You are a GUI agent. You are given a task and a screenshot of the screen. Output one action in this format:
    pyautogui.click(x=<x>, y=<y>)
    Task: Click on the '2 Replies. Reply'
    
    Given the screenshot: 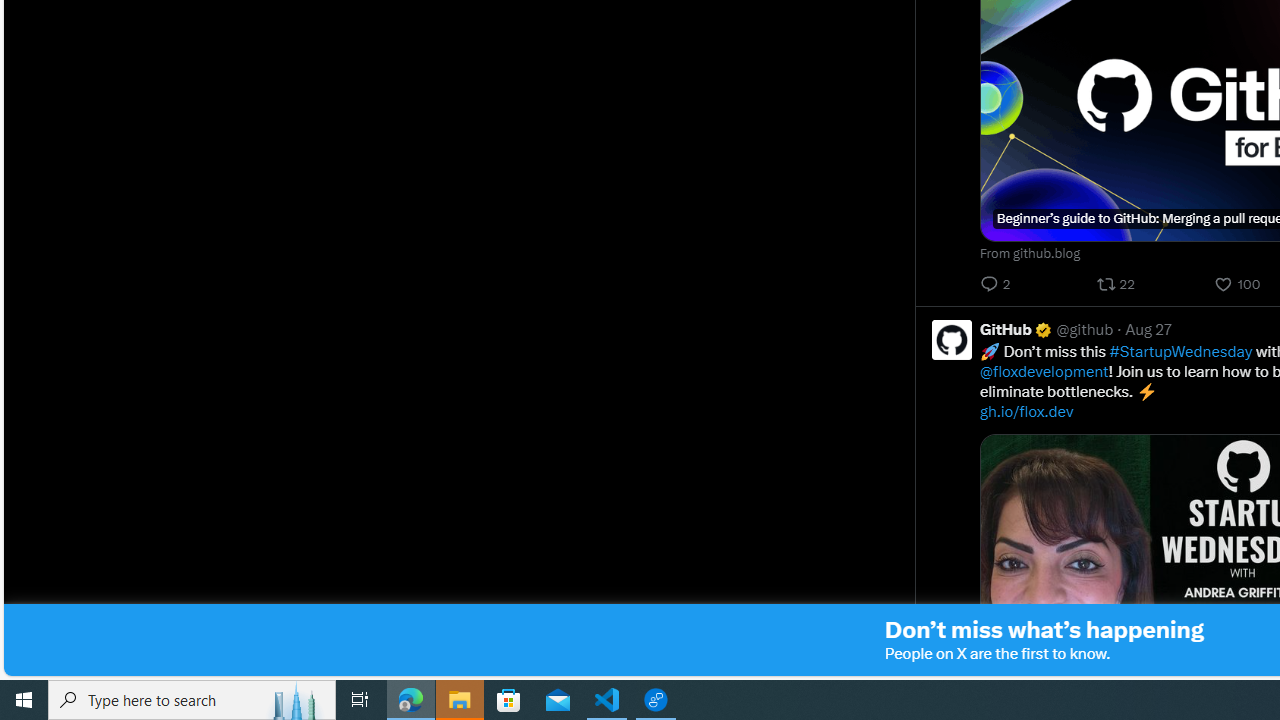 What is the action you would take?
    pyautogui.click(x=997, y=284)
    